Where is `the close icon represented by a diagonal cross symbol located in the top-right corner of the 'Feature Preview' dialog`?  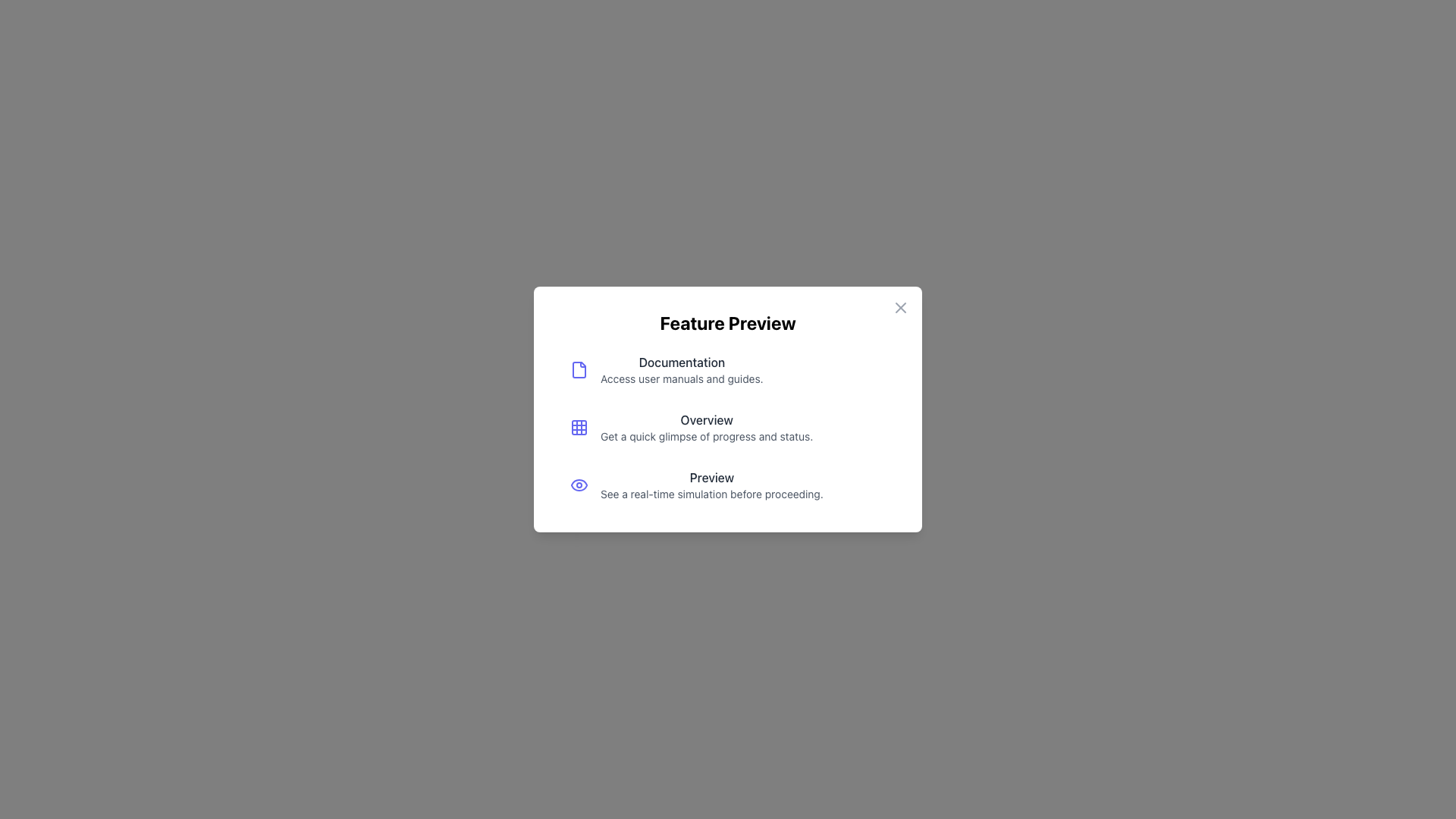
the close icon represented by a diagonal cross symbol located in the top-right corner of the 'Feature Preview' dialog is located at coordinates (901, 307).